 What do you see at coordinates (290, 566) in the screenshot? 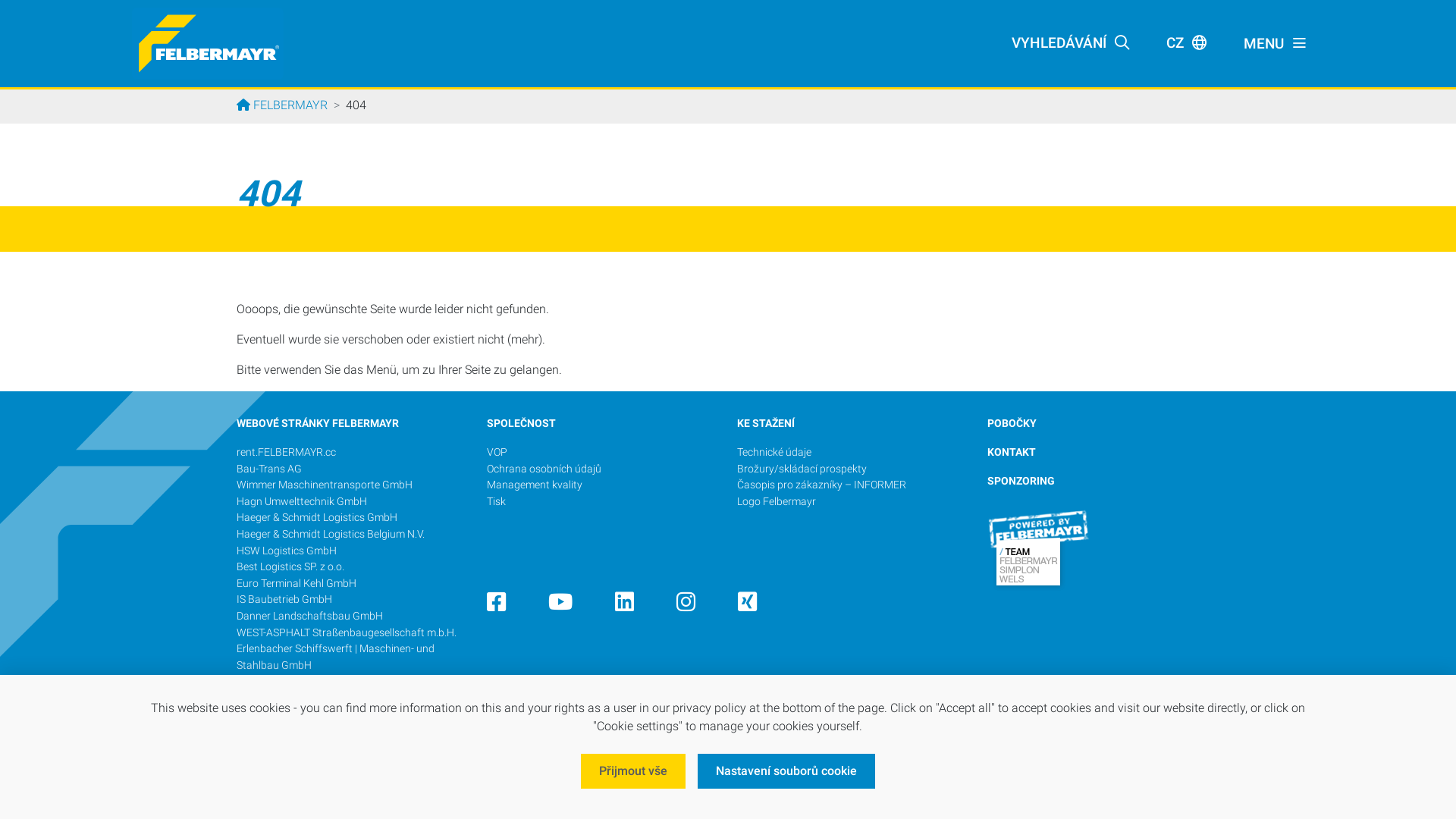
I see `'Best Logistics SP. z o.o.'` at bounding box center [290, 566].